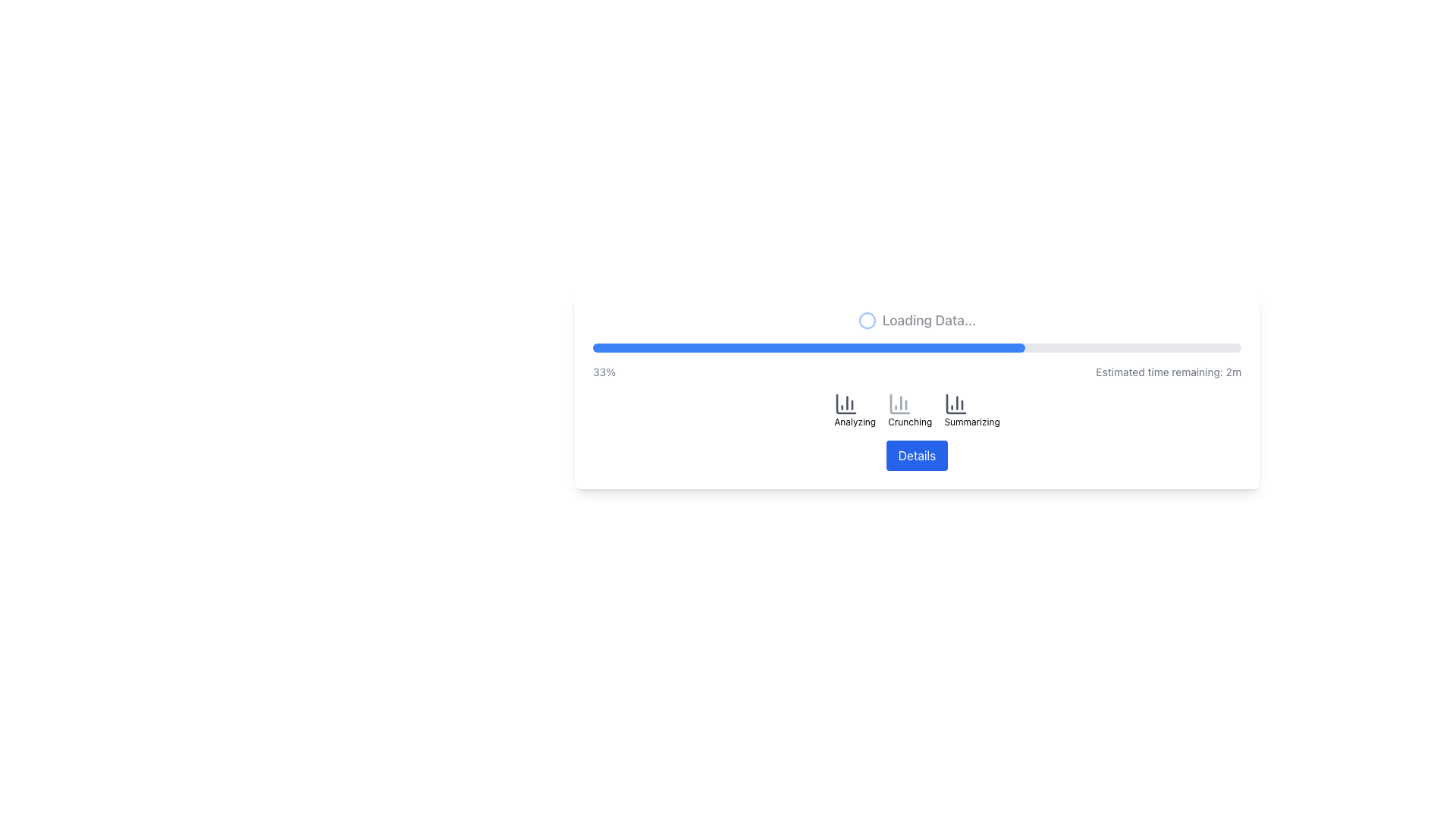  I want to click on the status indicator that visually represents the ongoing tasks, located centrally in a white panel beneath a progress bar, positioned between 'Analyzing' and 'Summarizing', so click(916, 409).